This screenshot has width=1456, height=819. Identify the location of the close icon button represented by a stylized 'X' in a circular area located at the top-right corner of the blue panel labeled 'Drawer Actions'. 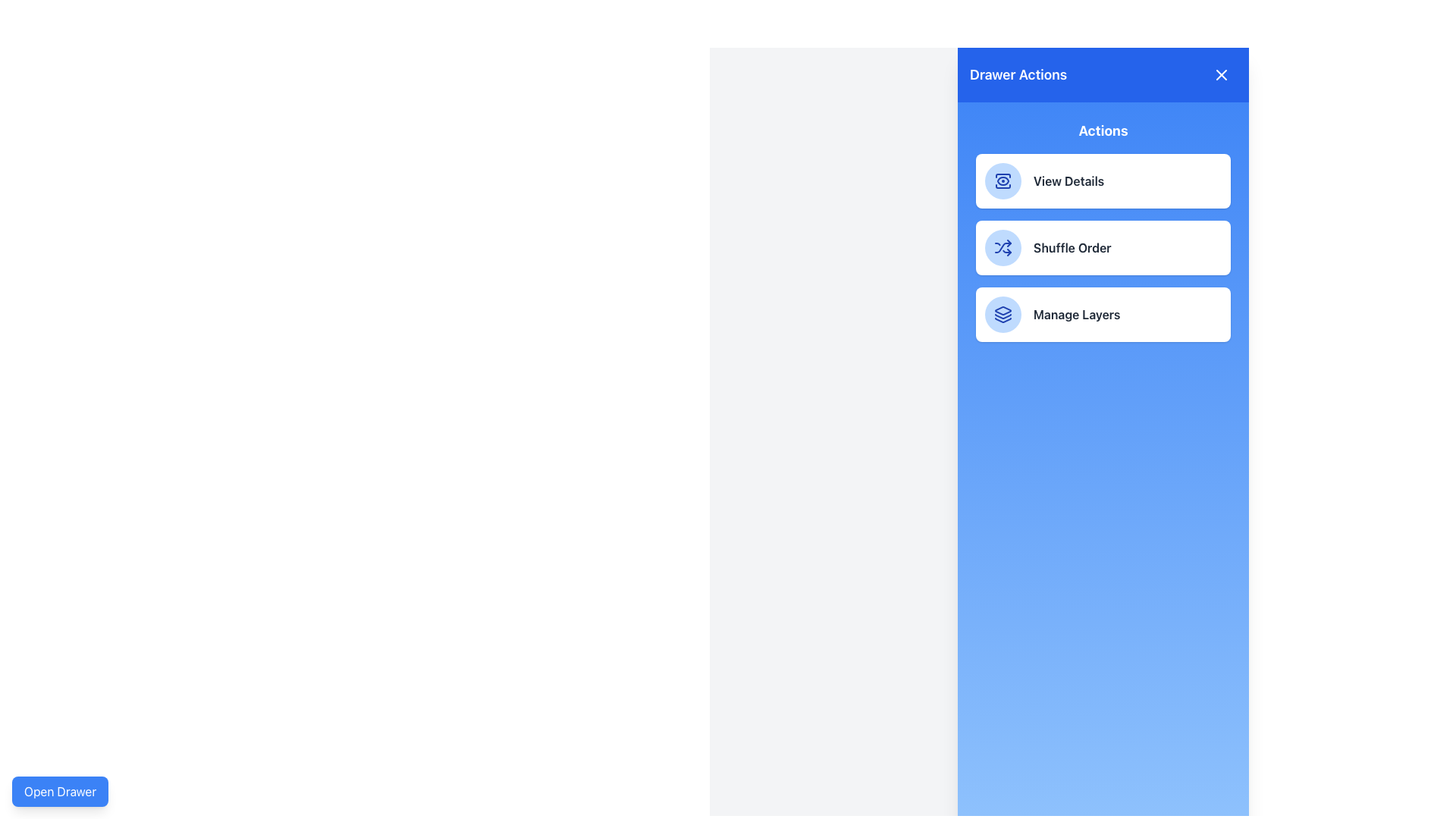
(1222, 75).